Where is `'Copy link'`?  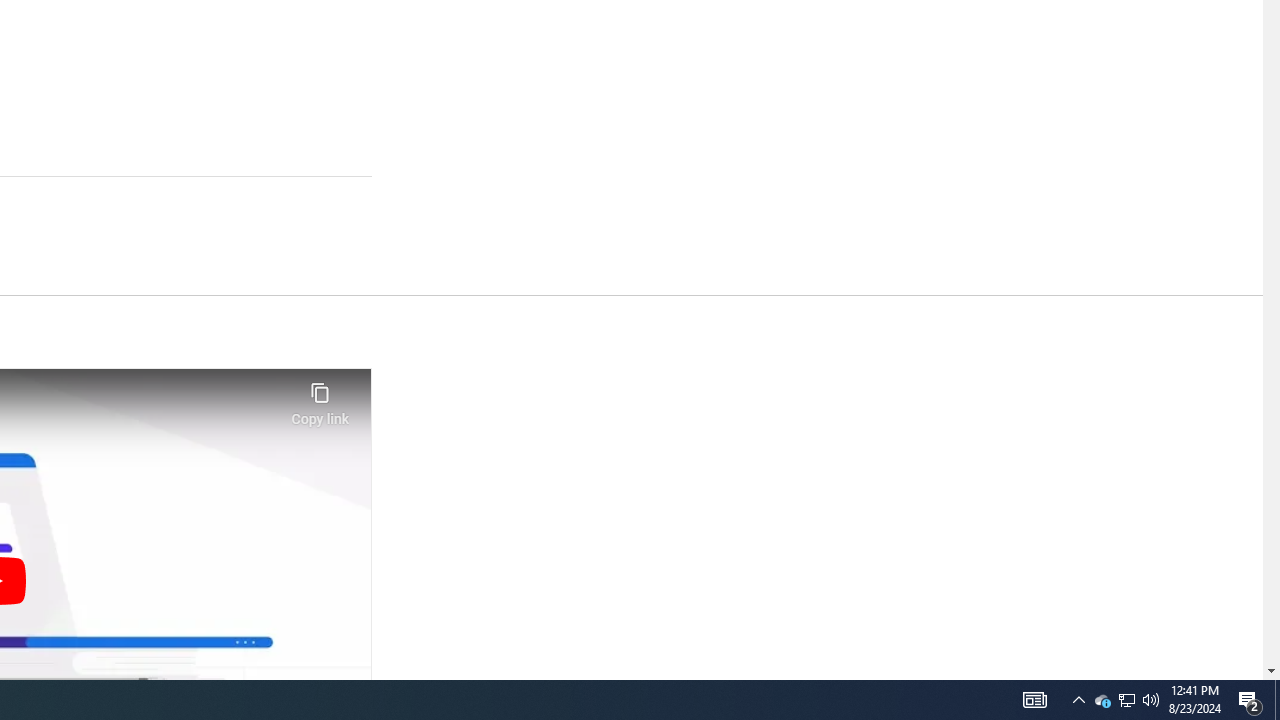
'Copy link' is located at coordinates (320, 398).